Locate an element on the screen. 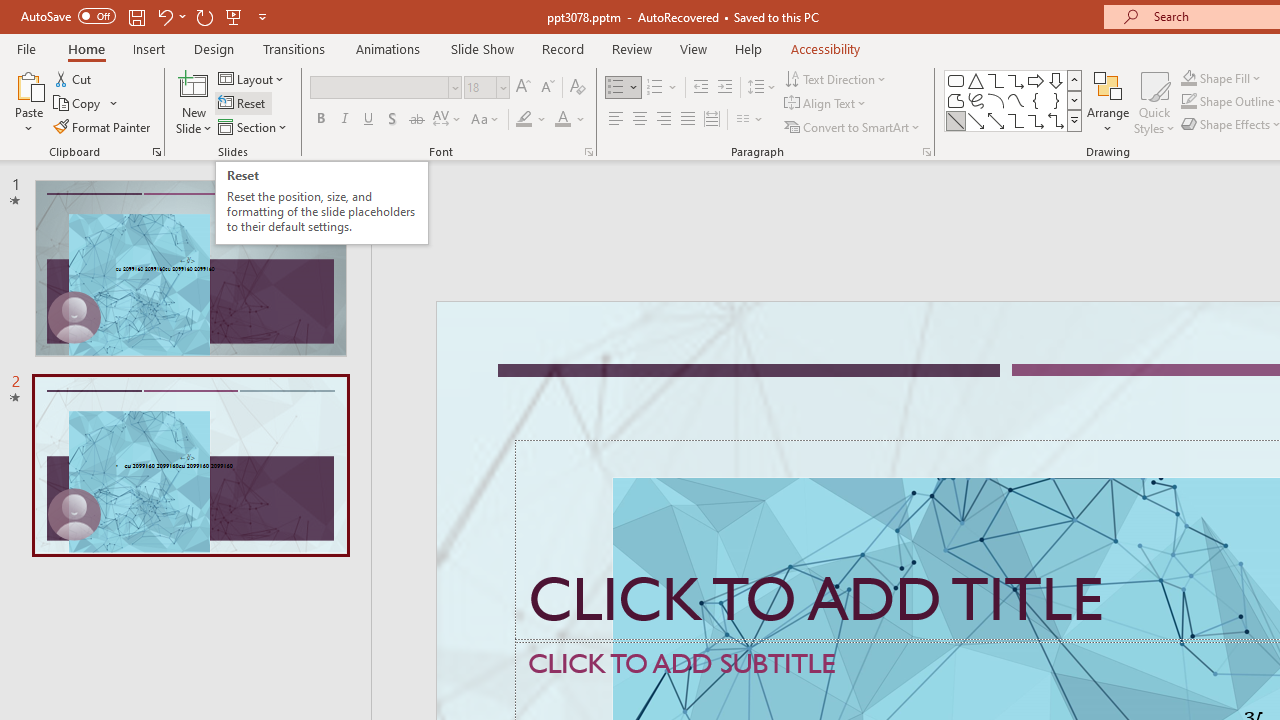 Image resolution: width=1280 pixels, height=720 pixels. 'Shape Fill' is located at coordinates (1220, 77).